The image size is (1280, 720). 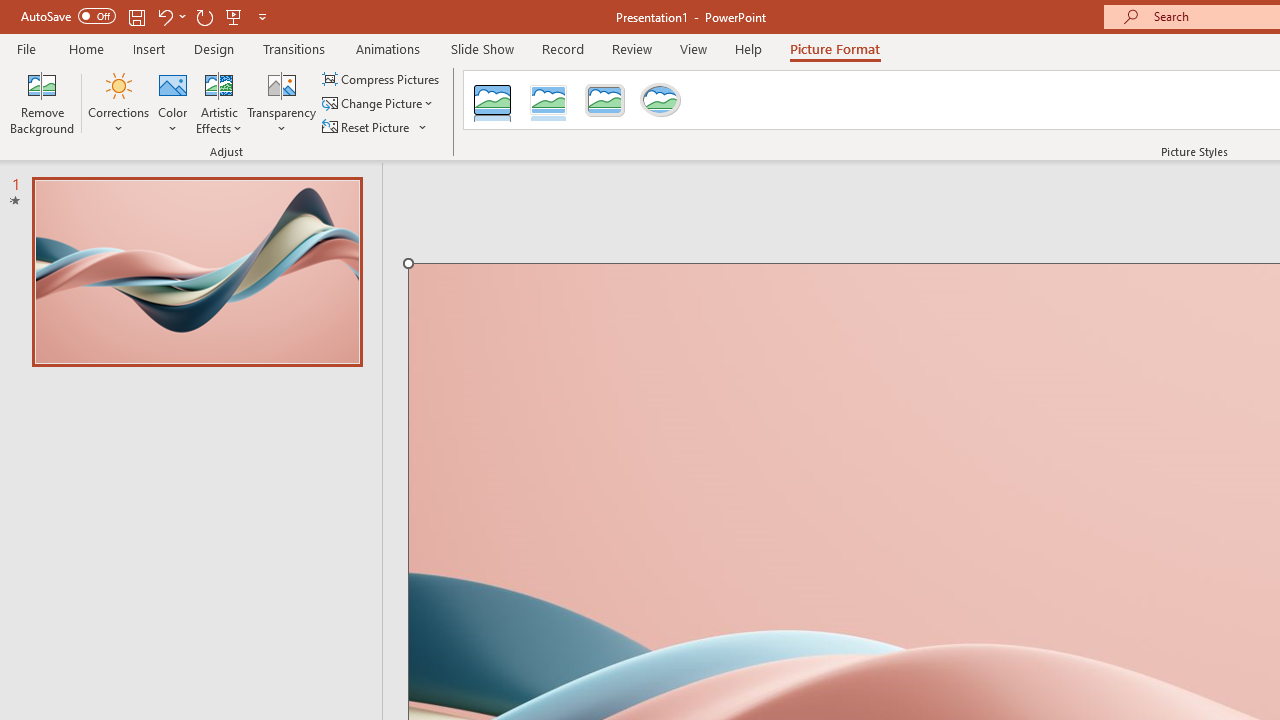 I want to click on 'Artistic Effects', so click(x=219, y=103).